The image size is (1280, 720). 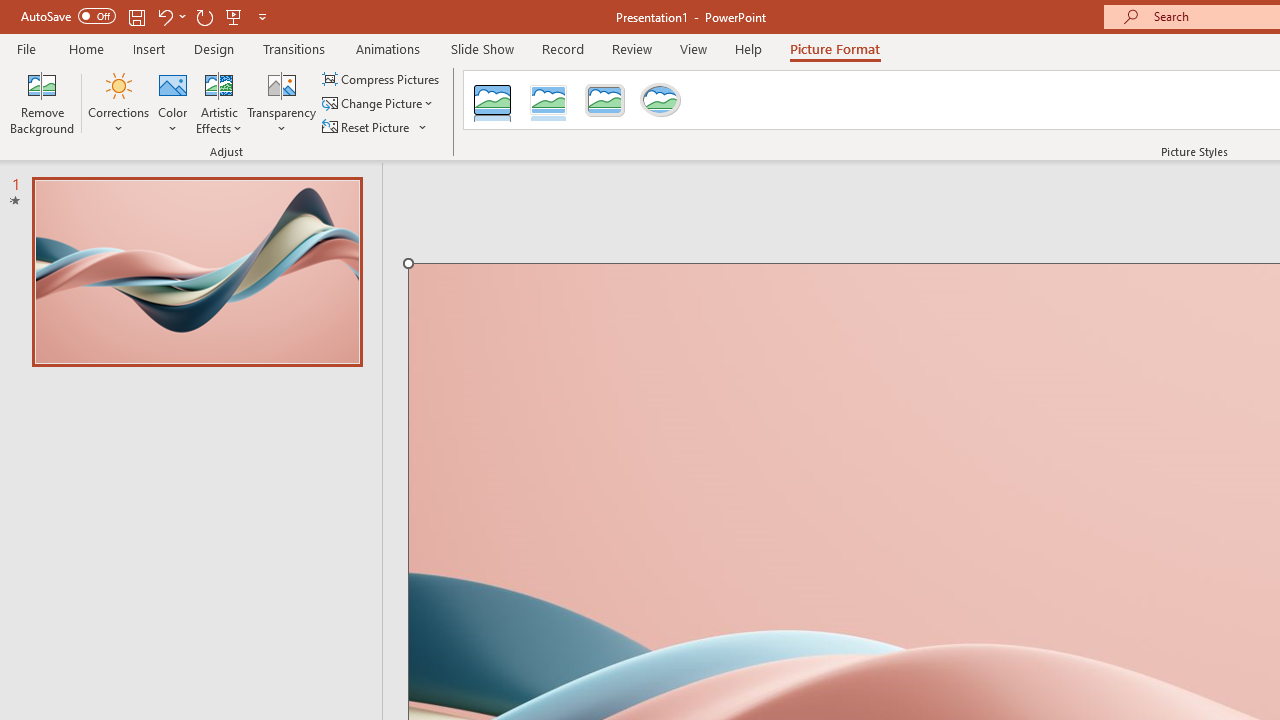 I want to click on 'Artistic Effects', so click(x=219, y=103).